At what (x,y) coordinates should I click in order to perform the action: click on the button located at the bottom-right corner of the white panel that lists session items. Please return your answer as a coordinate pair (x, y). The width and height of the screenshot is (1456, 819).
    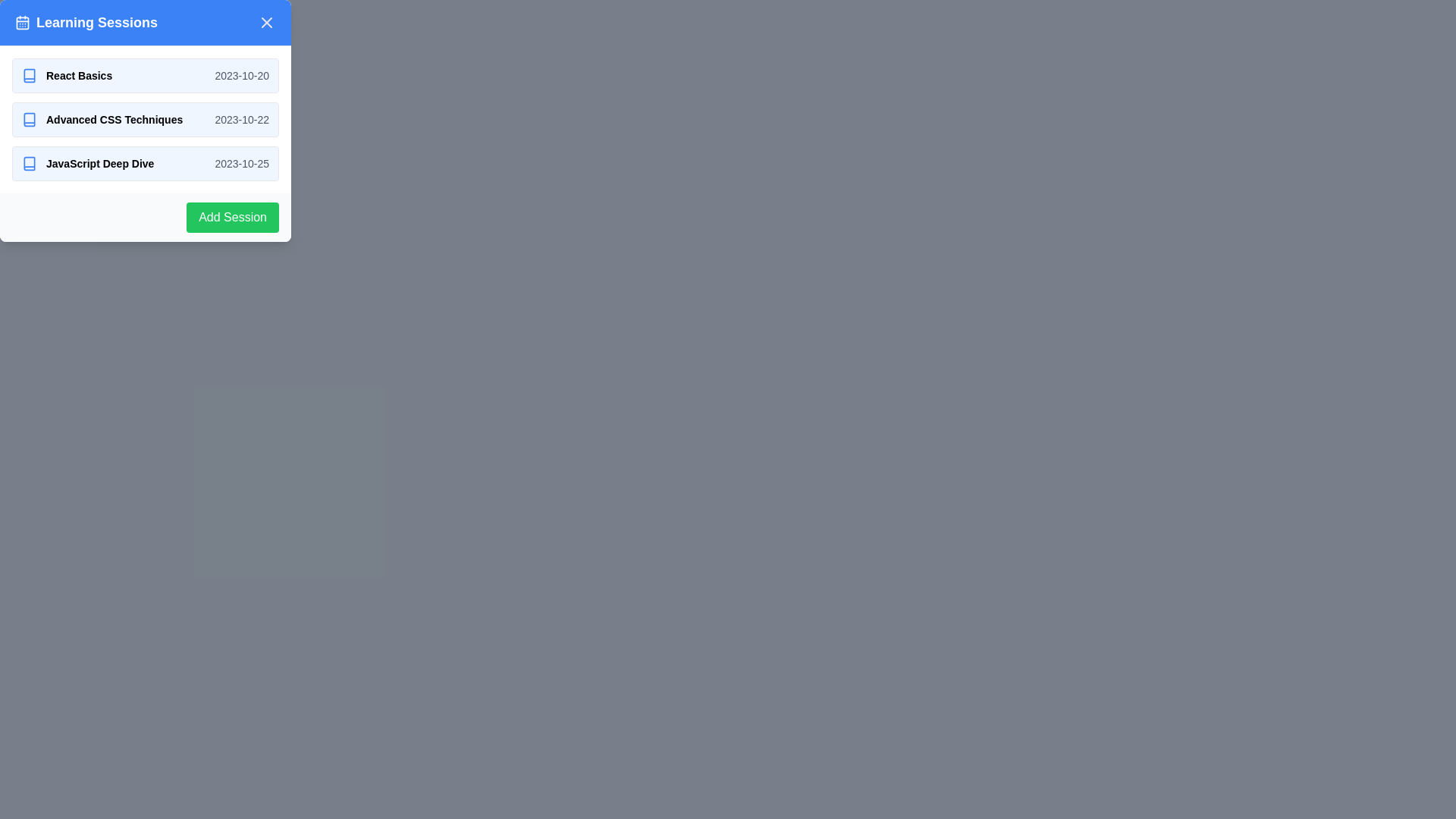
    Looking at the image, I should click on (232, 217).